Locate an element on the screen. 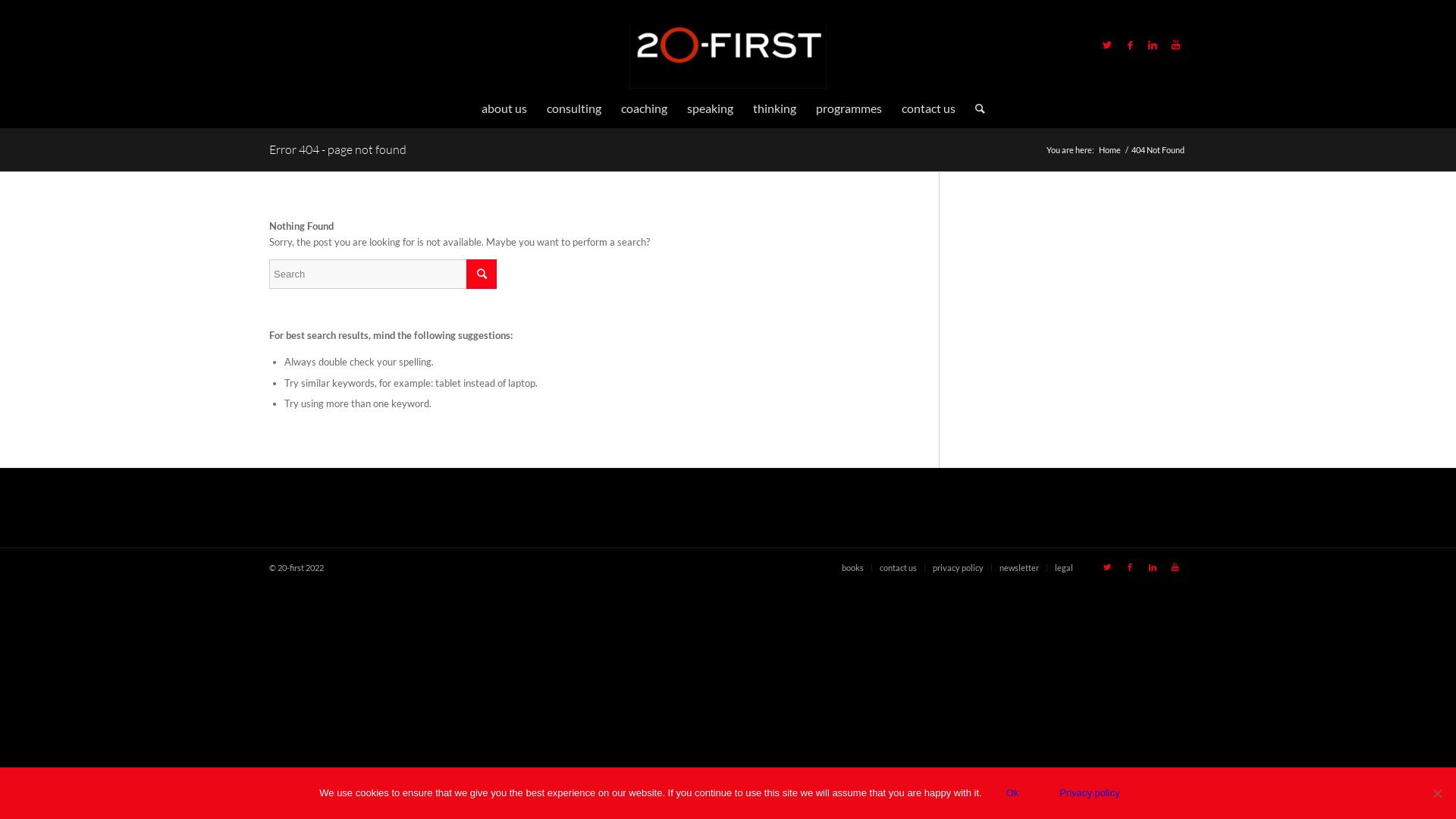 This screenshot has height=819, width=1456. 'Ok' is located at coordinates (1012, 792).